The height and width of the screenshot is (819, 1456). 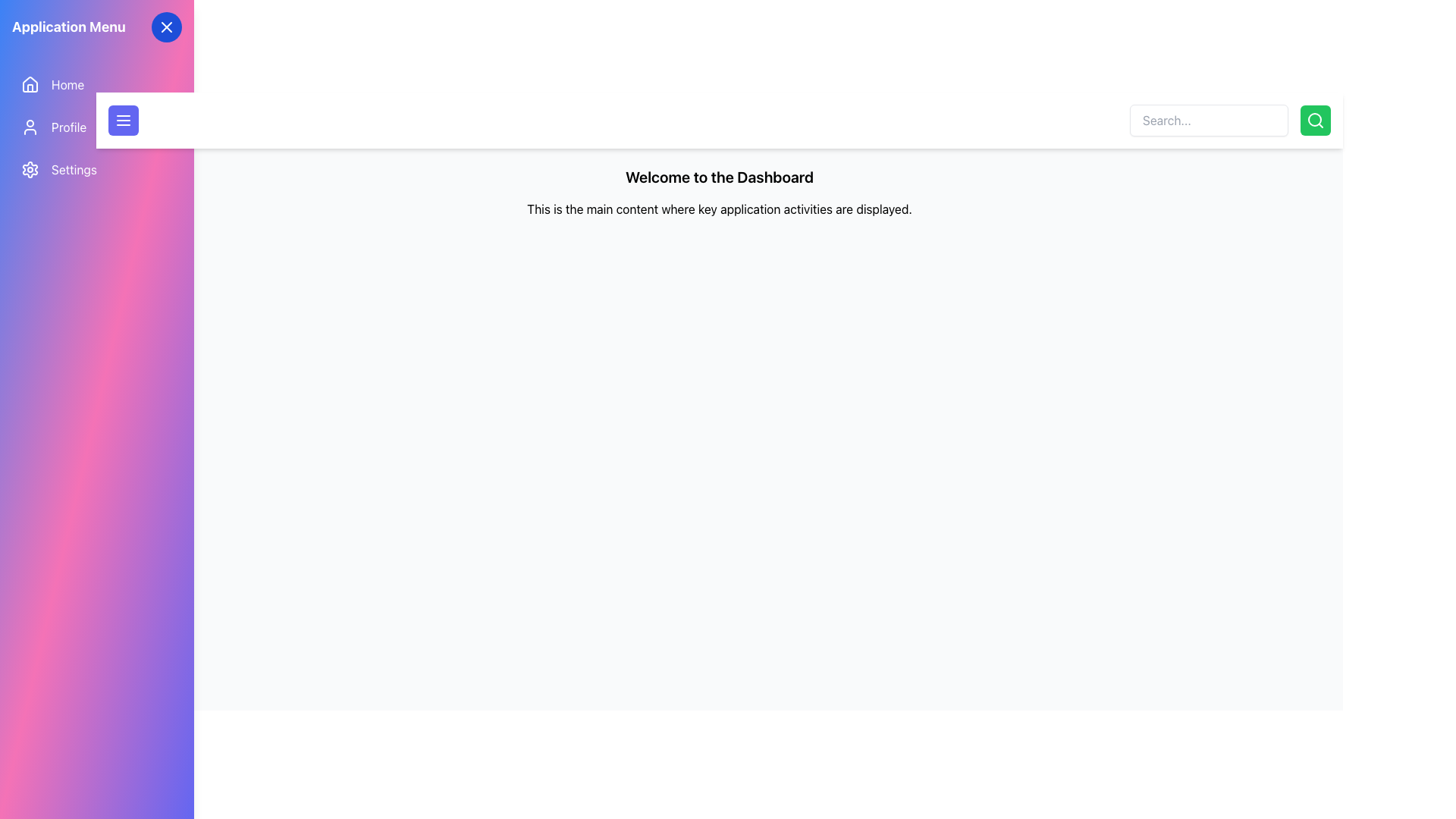 I want to click on the 'Settings' icon located in the sidebar menu, so click(x=30, y=169).